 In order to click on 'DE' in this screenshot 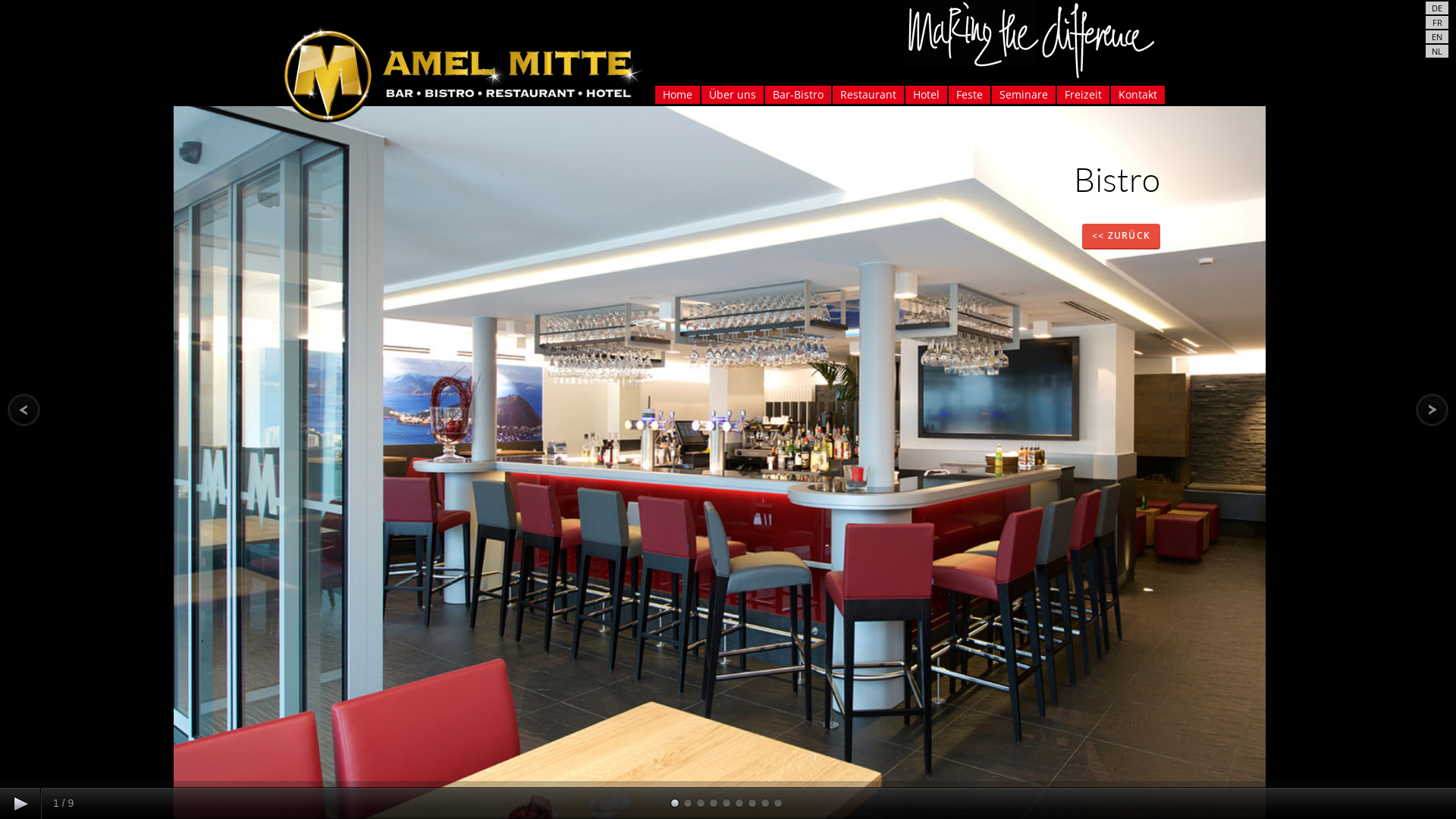, I will do `click(1429, 8)`.